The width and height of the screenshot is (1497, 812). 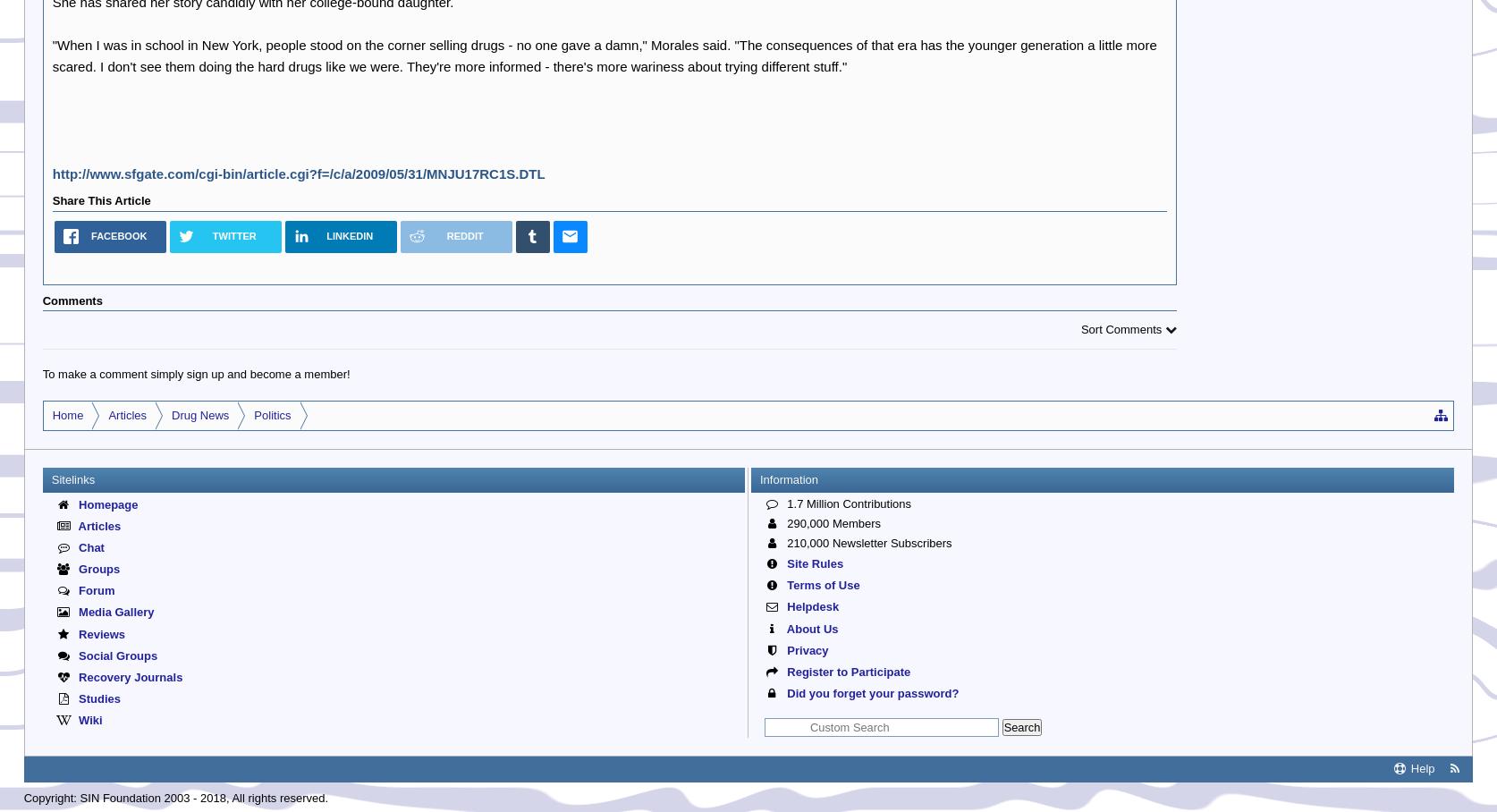 I want to click on 'Forum', so click(x=94, y=590).